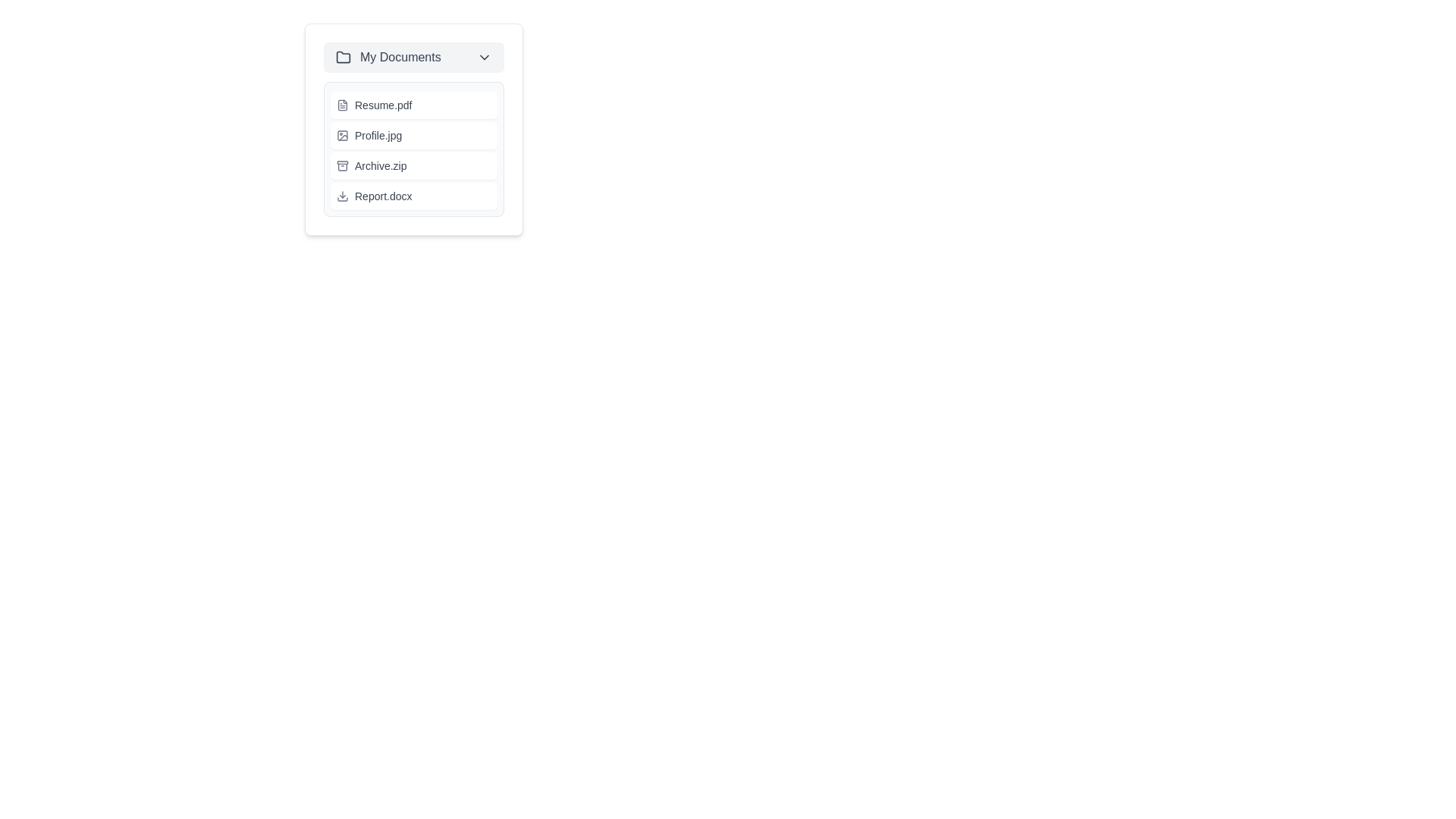  I want to click on the text label displaying the file name, which is positioned to the right of the file icon in the third item of the 'My Documents' section, so click(381, 166).